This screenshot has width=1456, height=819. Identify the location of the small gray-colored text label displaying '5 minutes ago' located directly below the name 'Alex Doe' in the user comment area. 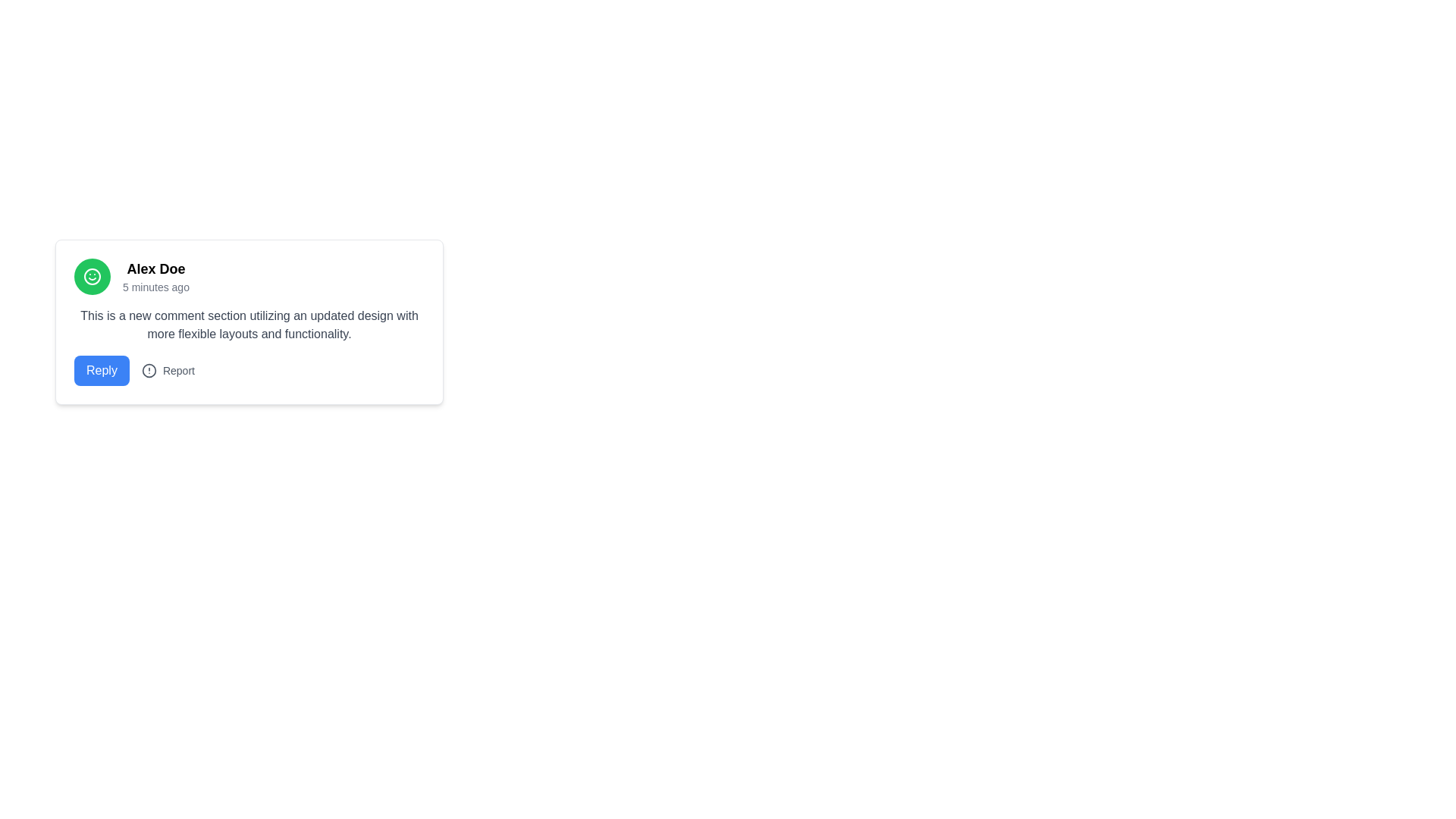
(156, 287).